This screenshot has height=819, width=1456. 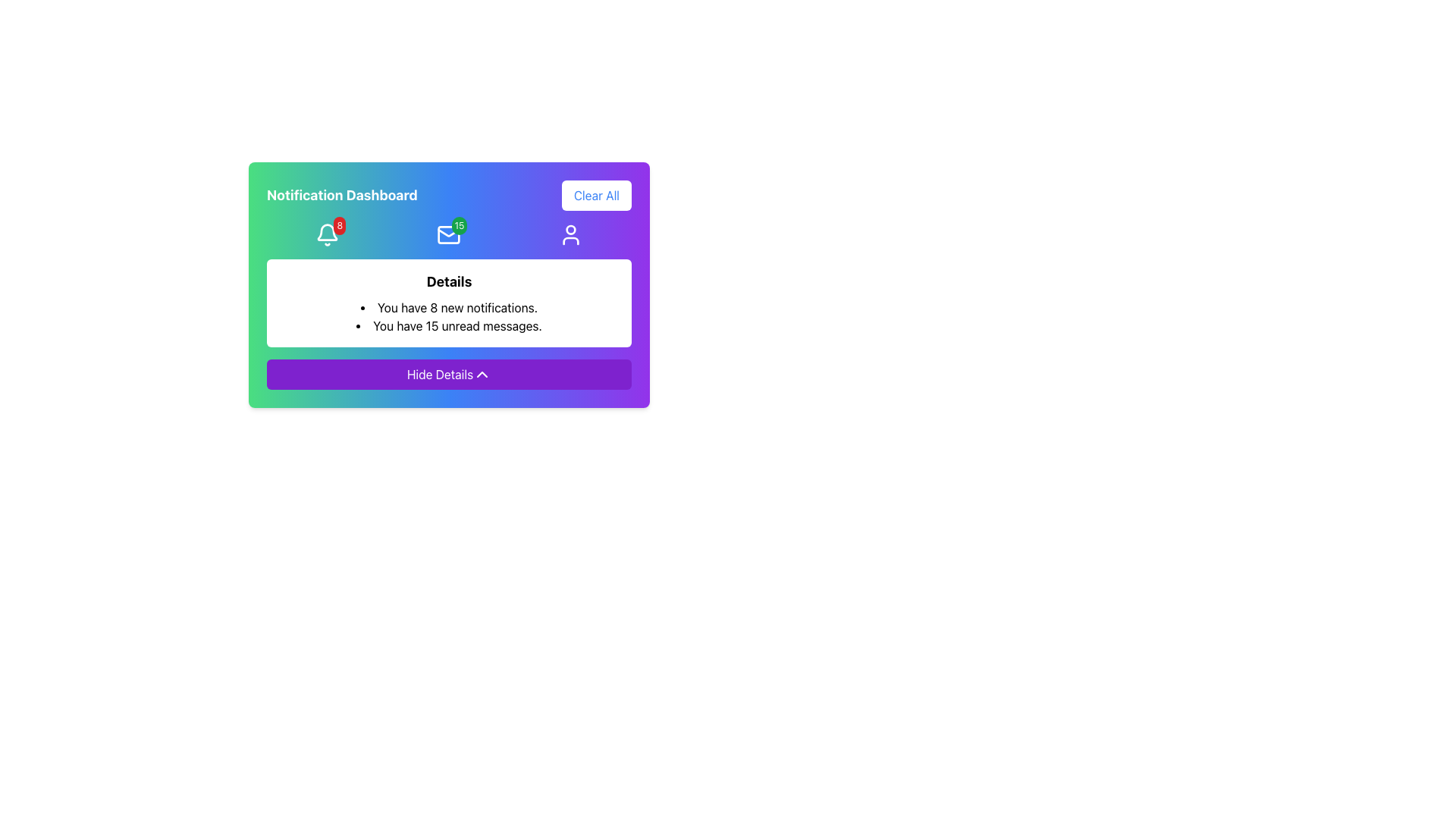 I want to click on the purple button labeled 'Hide Details' located at the bottom of the notification panel, so click(x=448, y=336).